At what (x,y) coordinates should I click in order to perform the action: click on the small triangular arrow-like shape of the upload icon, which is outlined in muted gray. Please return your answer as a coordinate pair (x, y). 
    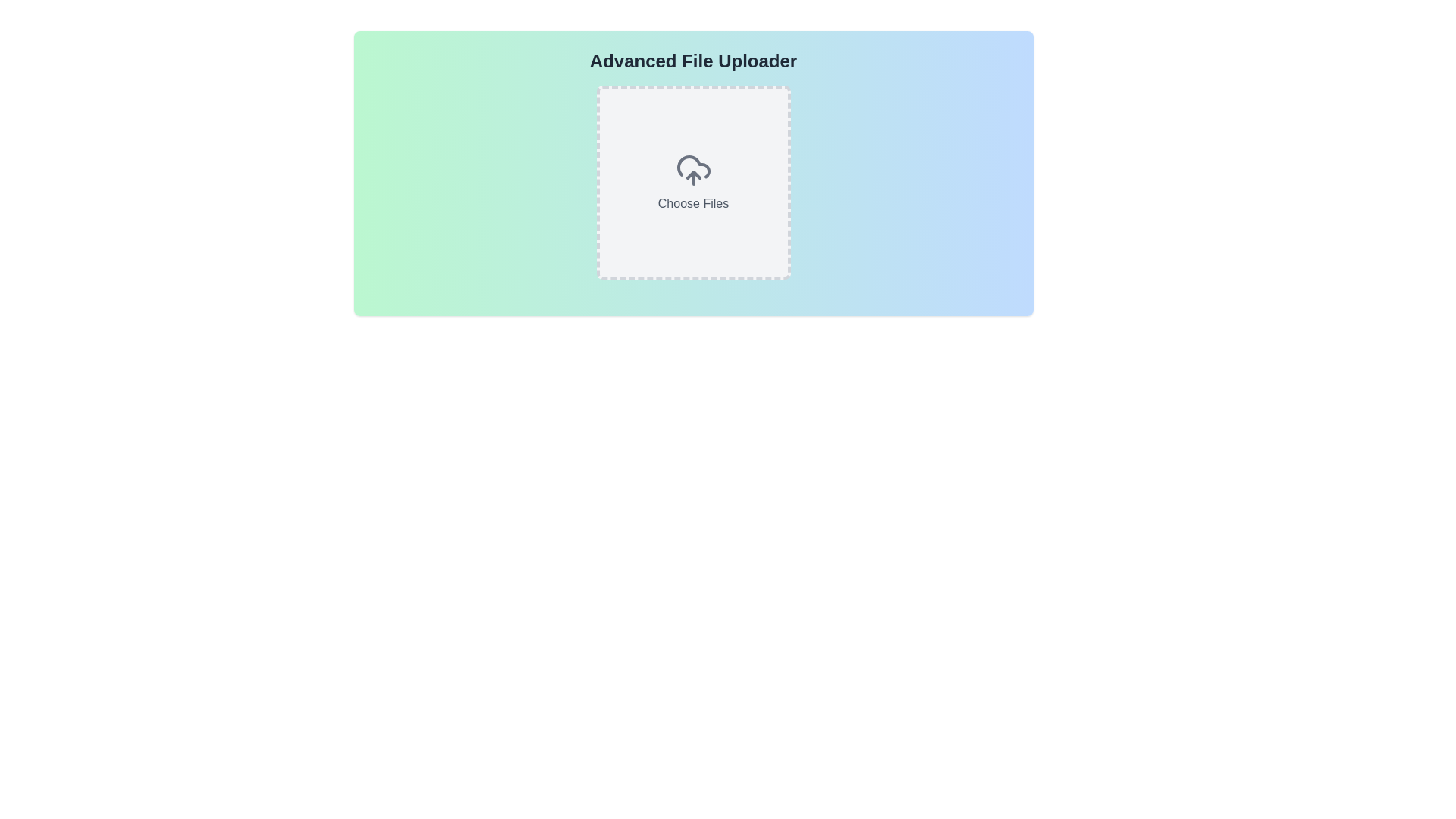
    Looking at the image, I should click on (692, 174).